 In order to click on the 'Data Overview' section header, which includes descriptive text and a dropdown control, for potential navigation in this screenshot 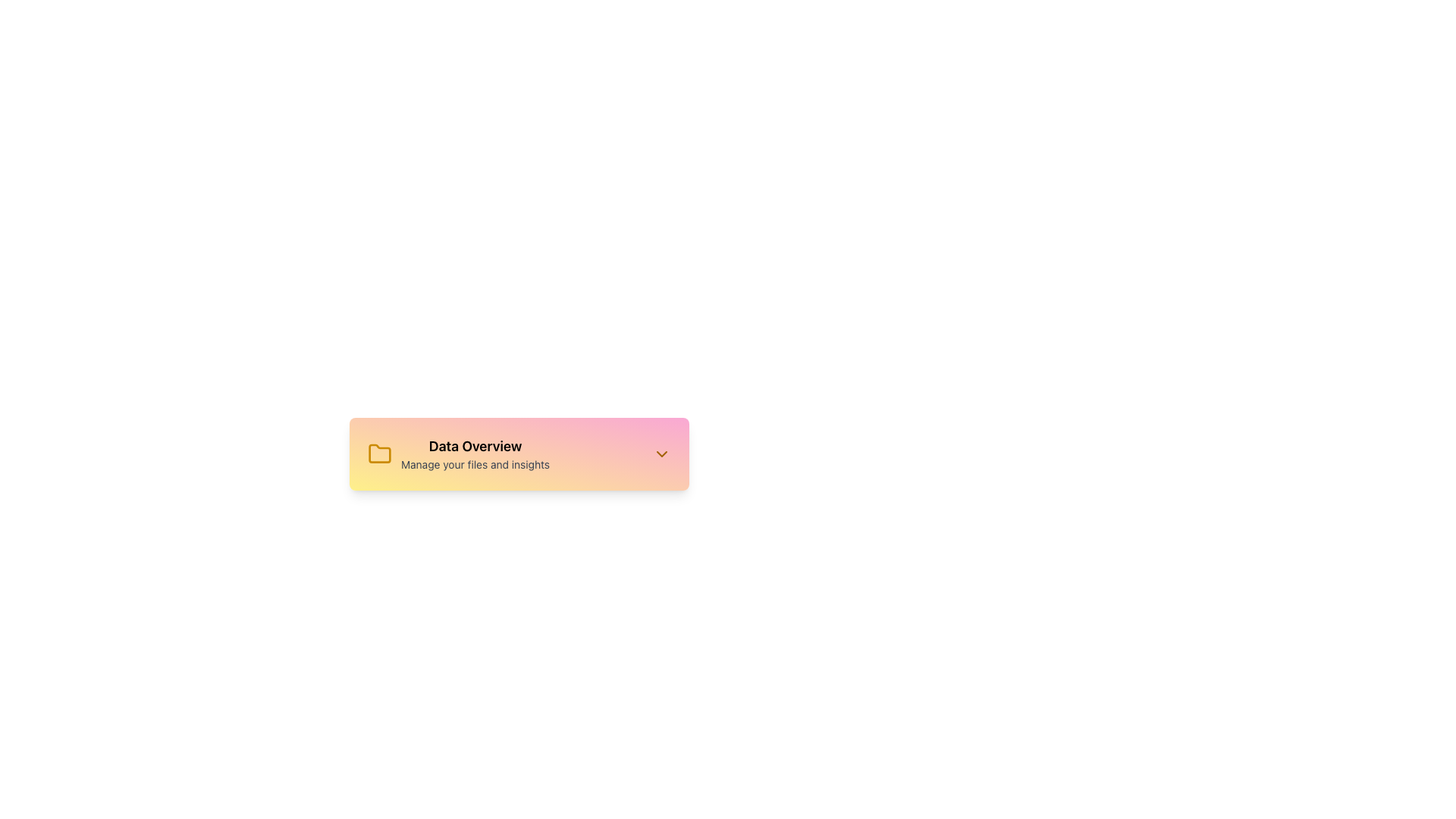, I will do `click(519, 453)`.